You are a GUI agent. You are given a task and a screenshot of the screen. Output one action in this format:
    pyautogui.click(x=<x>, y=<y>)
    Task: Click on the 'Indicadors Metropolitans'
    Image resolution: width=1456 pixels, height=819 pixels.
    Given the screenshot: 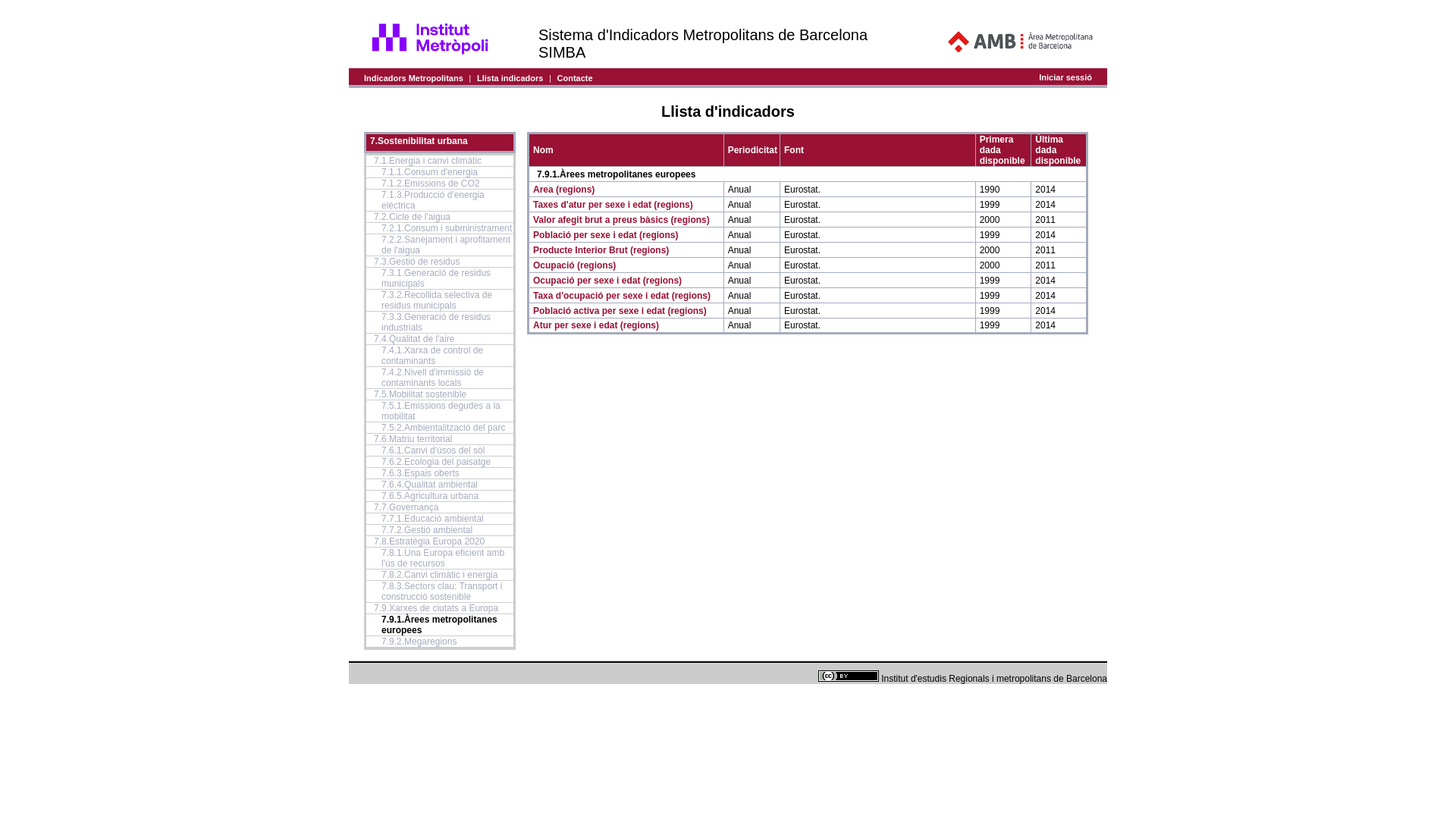 What is the action you would take?
    pyautogui.click(x=413, y=77)
    